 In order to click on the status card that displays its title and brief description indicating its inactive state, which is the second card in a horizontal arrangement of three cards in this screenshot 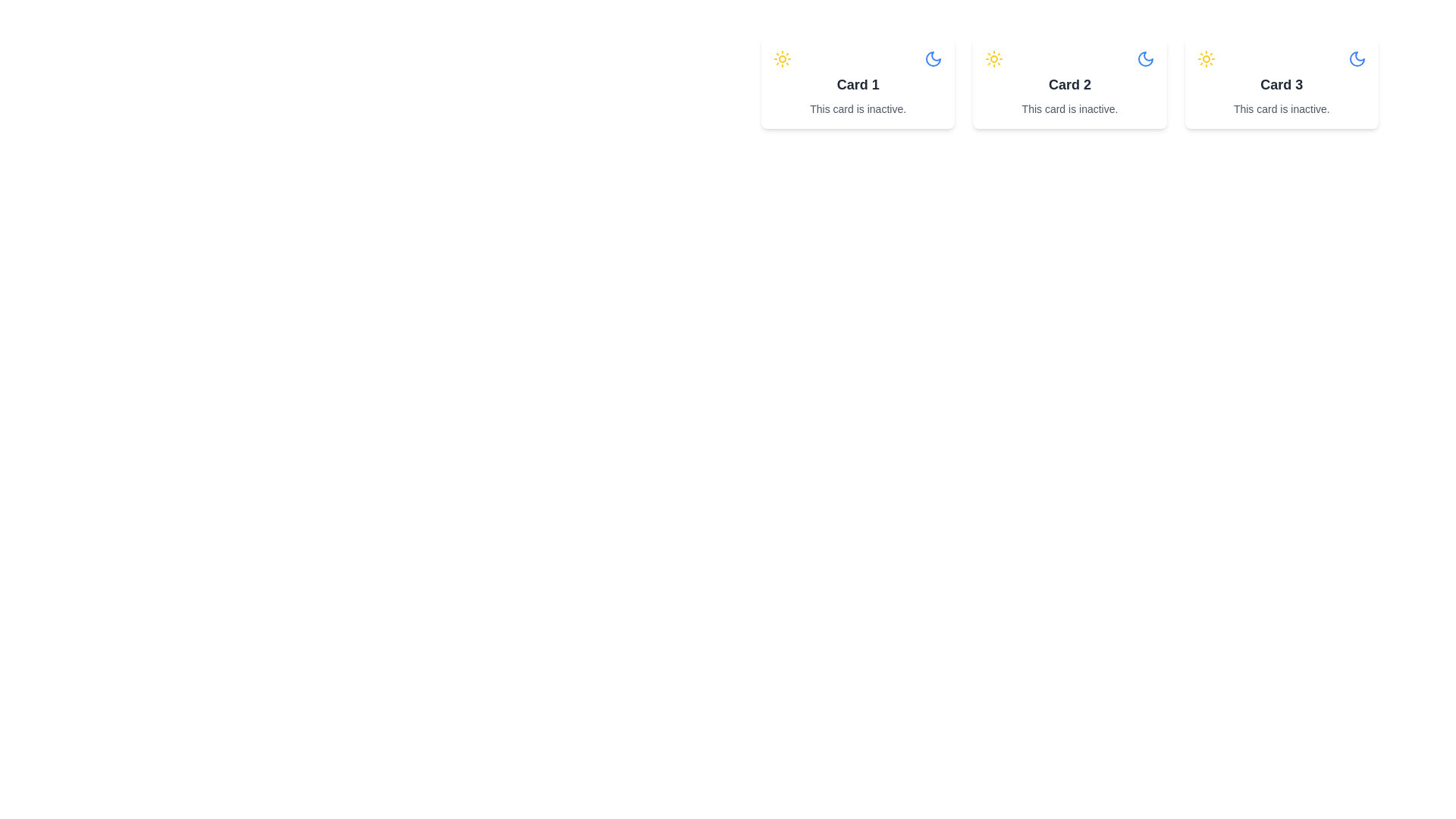, I will do `click(1069, 83)`.